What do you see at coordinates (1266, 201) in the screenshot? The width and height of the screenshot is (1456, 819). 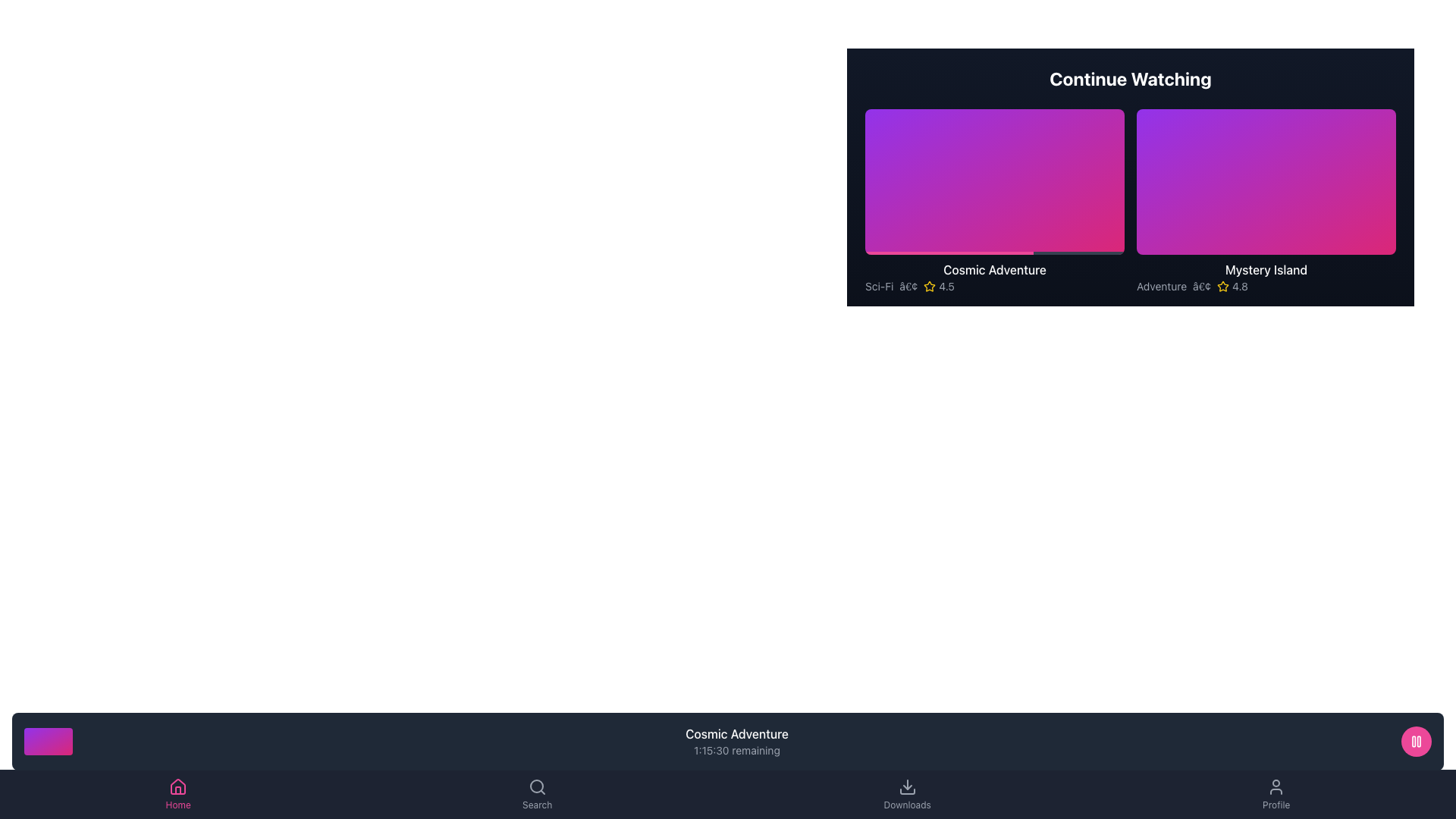 I see `the second Card UI component in the 'Continue Watching' list` at bounding box center [1266, 201].